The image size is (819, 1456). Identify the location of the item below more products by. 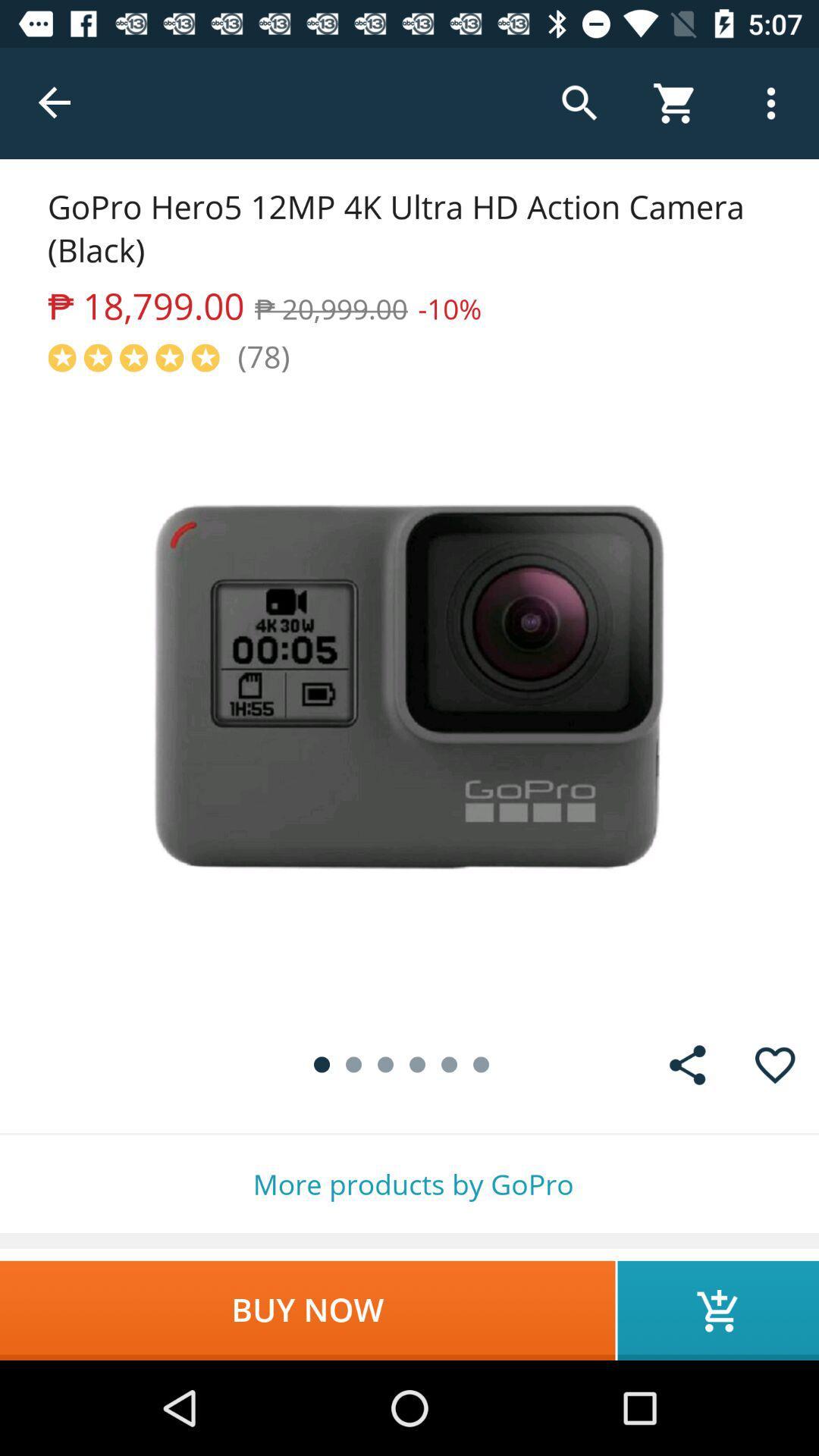
(307, 1310).